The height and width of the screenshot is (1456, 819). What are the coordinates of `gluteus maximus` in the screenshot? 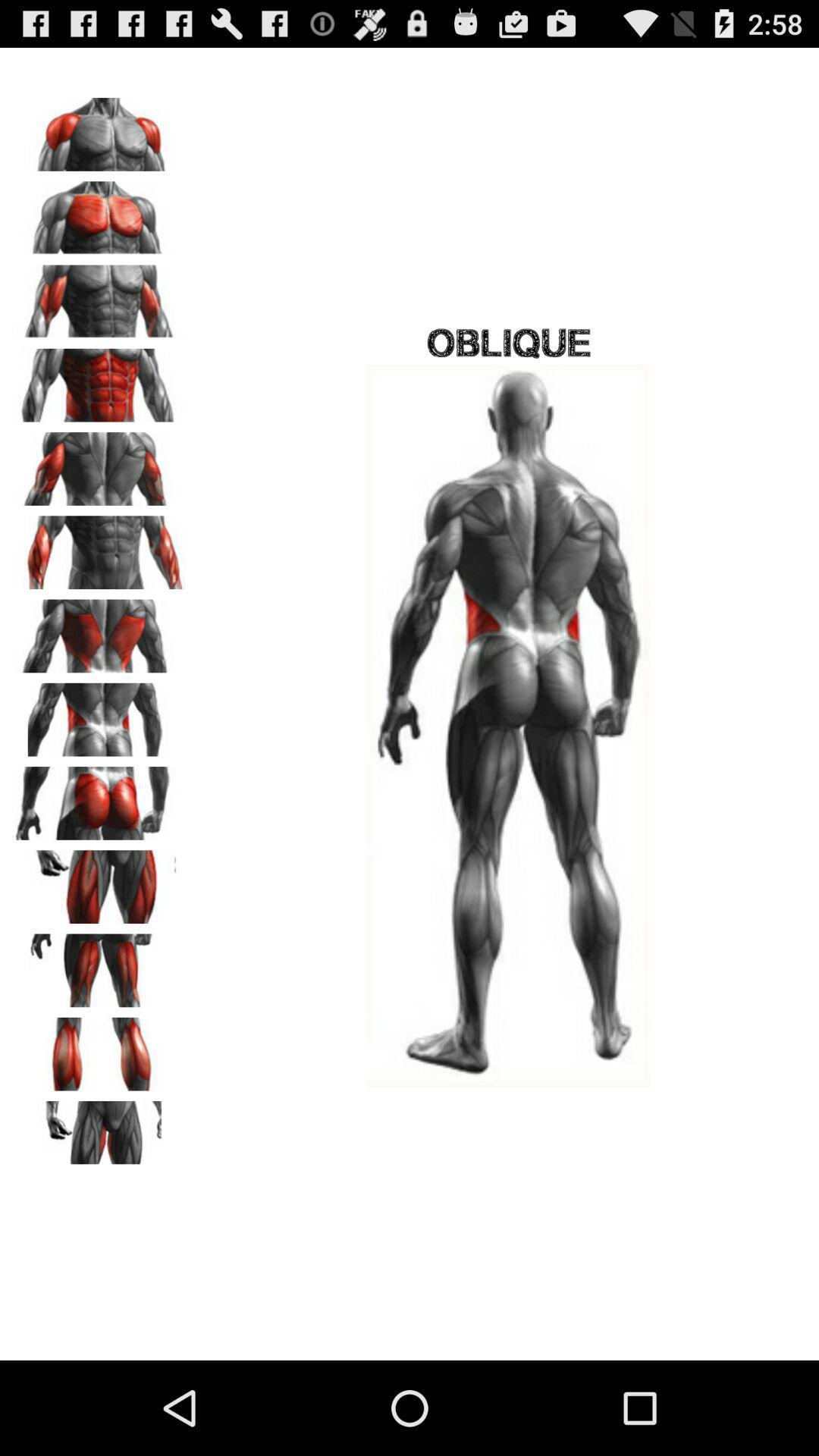 It's located at (99, 797).